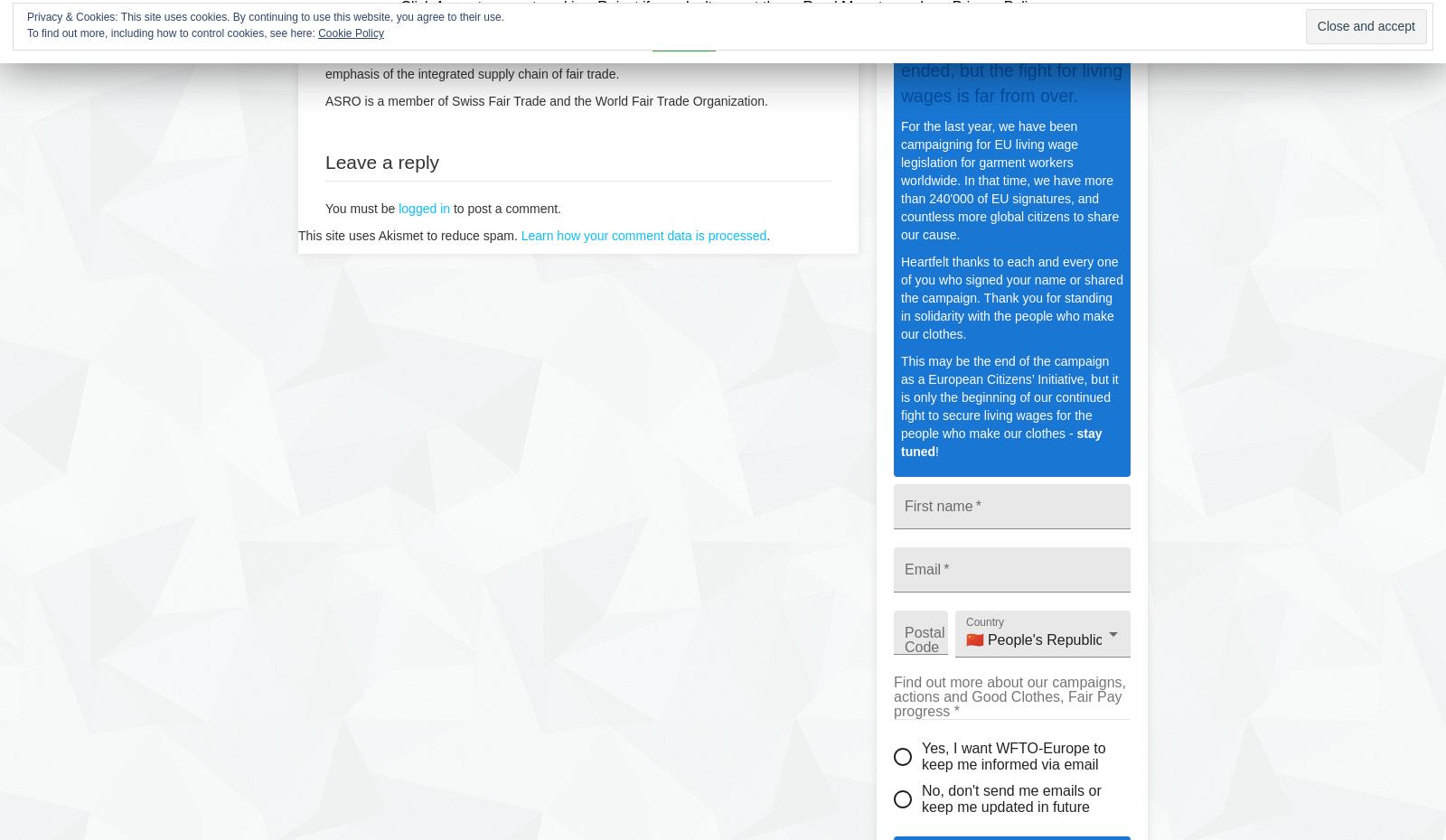  What do you see at coordinates (440, 37) in the screenshot?
I see `'http://www.mdm.ch/spip.php?rubrique14'` at bounding box center [440, 37].